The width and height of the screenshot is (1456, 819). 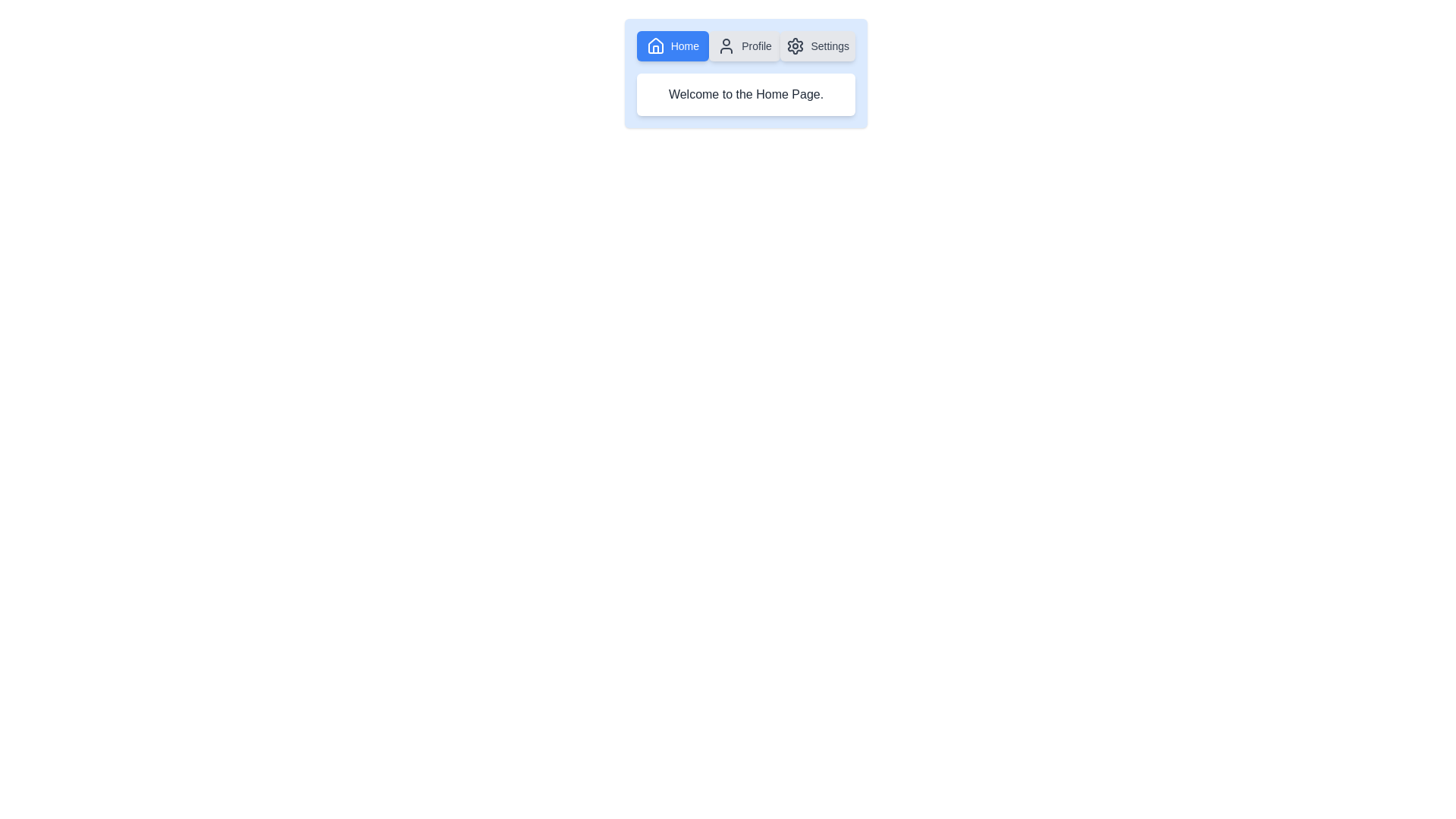 What do you see at coordinates (745, 45) in the screenshot?
I see `the 'Profile' button, which is a rectangular button with a light gray background and a profile icon` at bounding box center [745, 45].